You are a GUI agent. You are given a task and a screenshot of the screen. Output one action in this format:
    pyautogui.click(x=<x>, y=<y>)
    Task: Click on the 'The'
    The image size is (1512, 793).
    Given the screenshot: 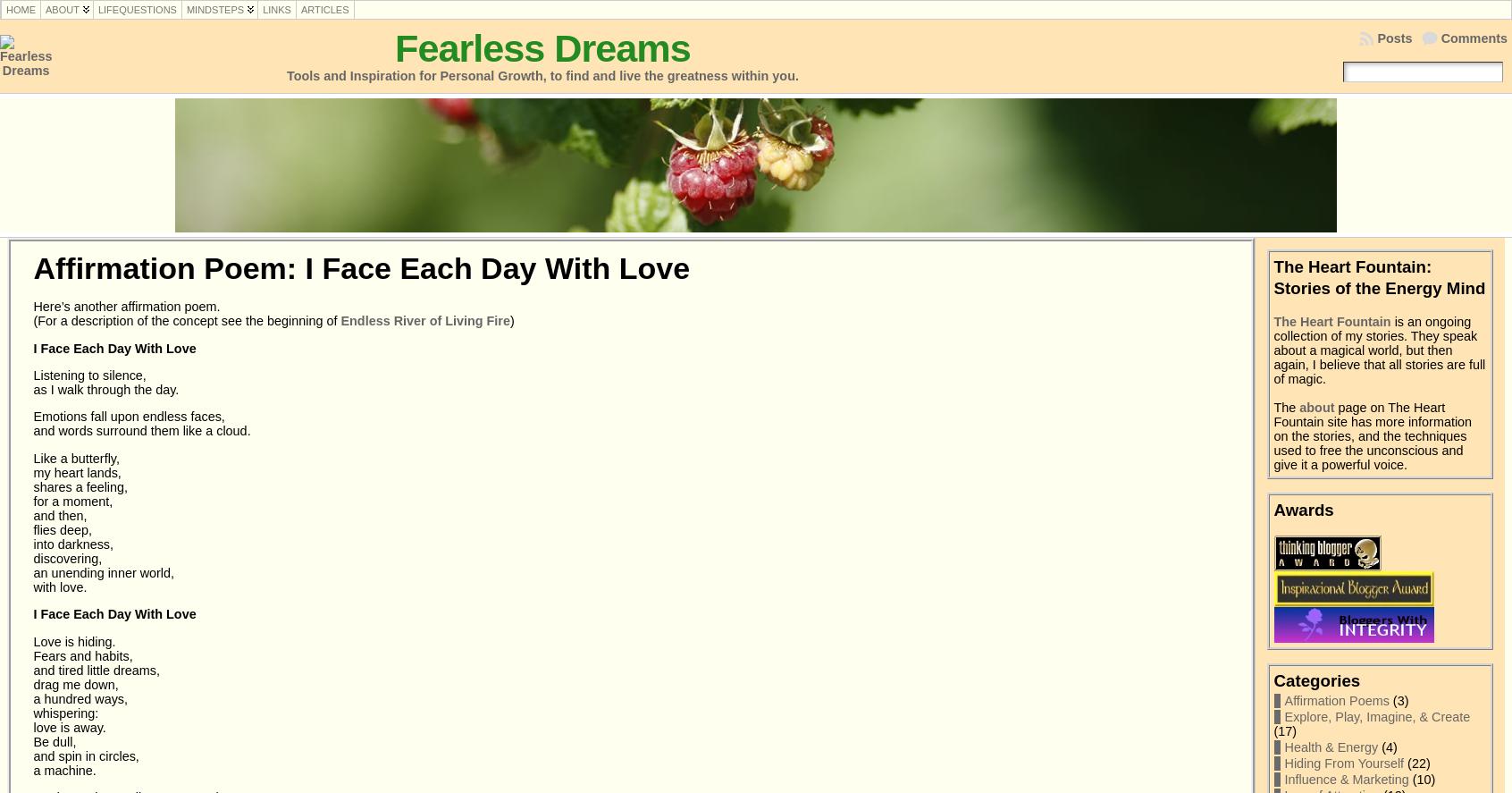 What is the action you would take?
    pyautogui.click(x=1285, y=406)
    